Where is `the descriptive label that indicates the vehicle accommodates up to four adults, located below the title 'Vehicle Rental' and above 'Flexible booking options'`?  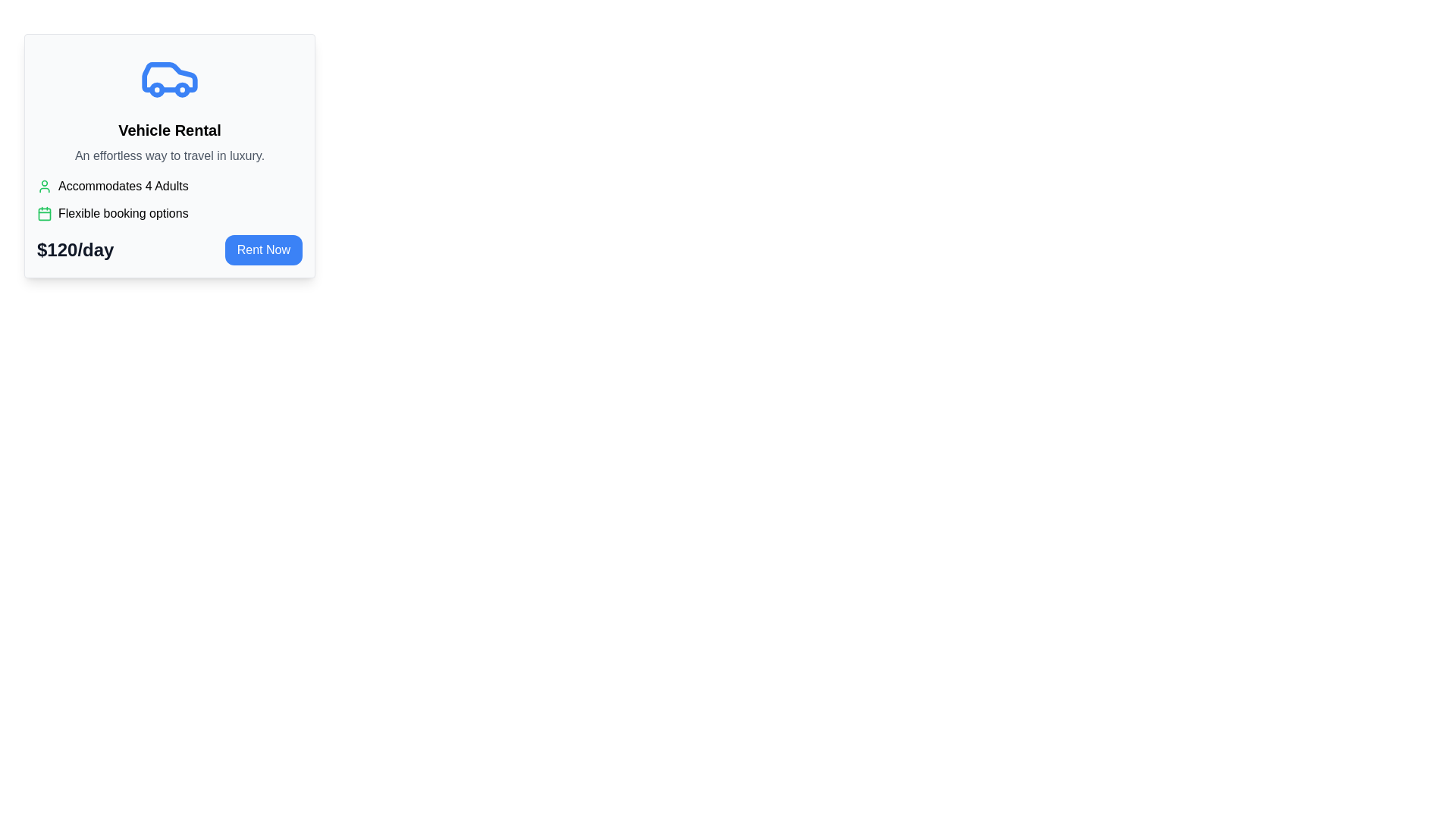
the descriptive label that indicates the vehicle accommodates up to four adults, located below the title 'Vehicle Rental' and above 'Flexible booking options' is located at coordinates (170, 186).